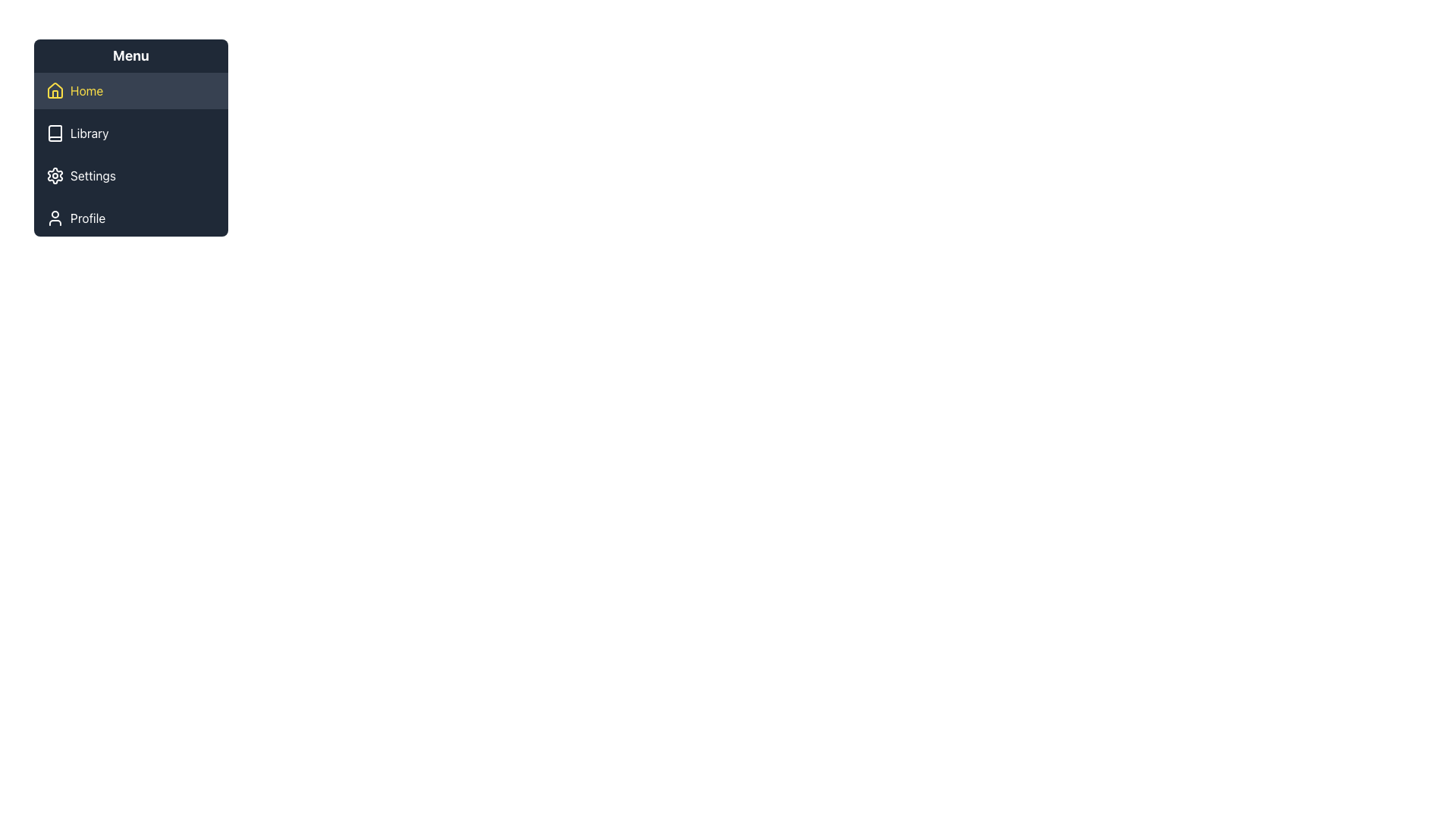 The width and height of the screenshot is (1456, 819). What do you see at coordinates (87, 218) in the screenshot?
I see `the text 'Profile' in the menu list` at bounding box center [87, 218].